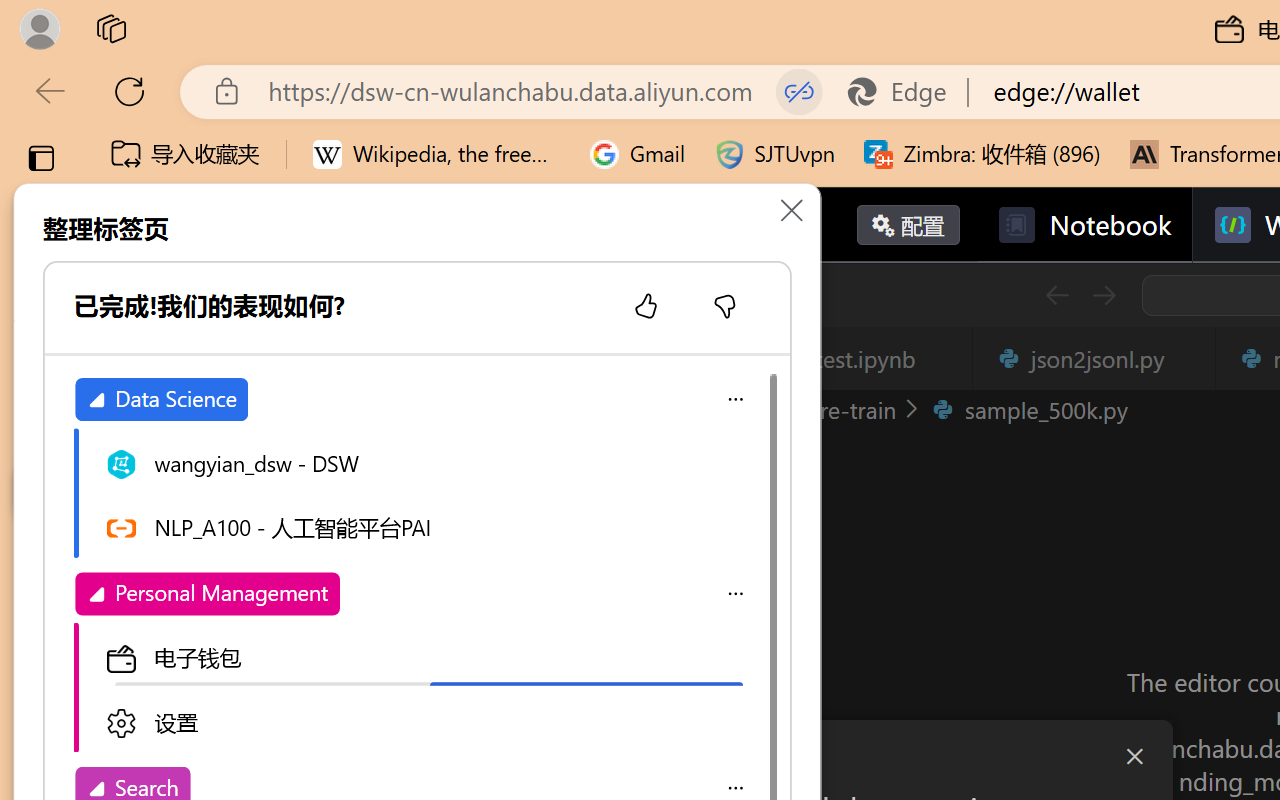  What do you see at coordinates (1092, 358) in the screenshot?
I see `'json2jsonl.py'` at bounding box center [1092, 358].